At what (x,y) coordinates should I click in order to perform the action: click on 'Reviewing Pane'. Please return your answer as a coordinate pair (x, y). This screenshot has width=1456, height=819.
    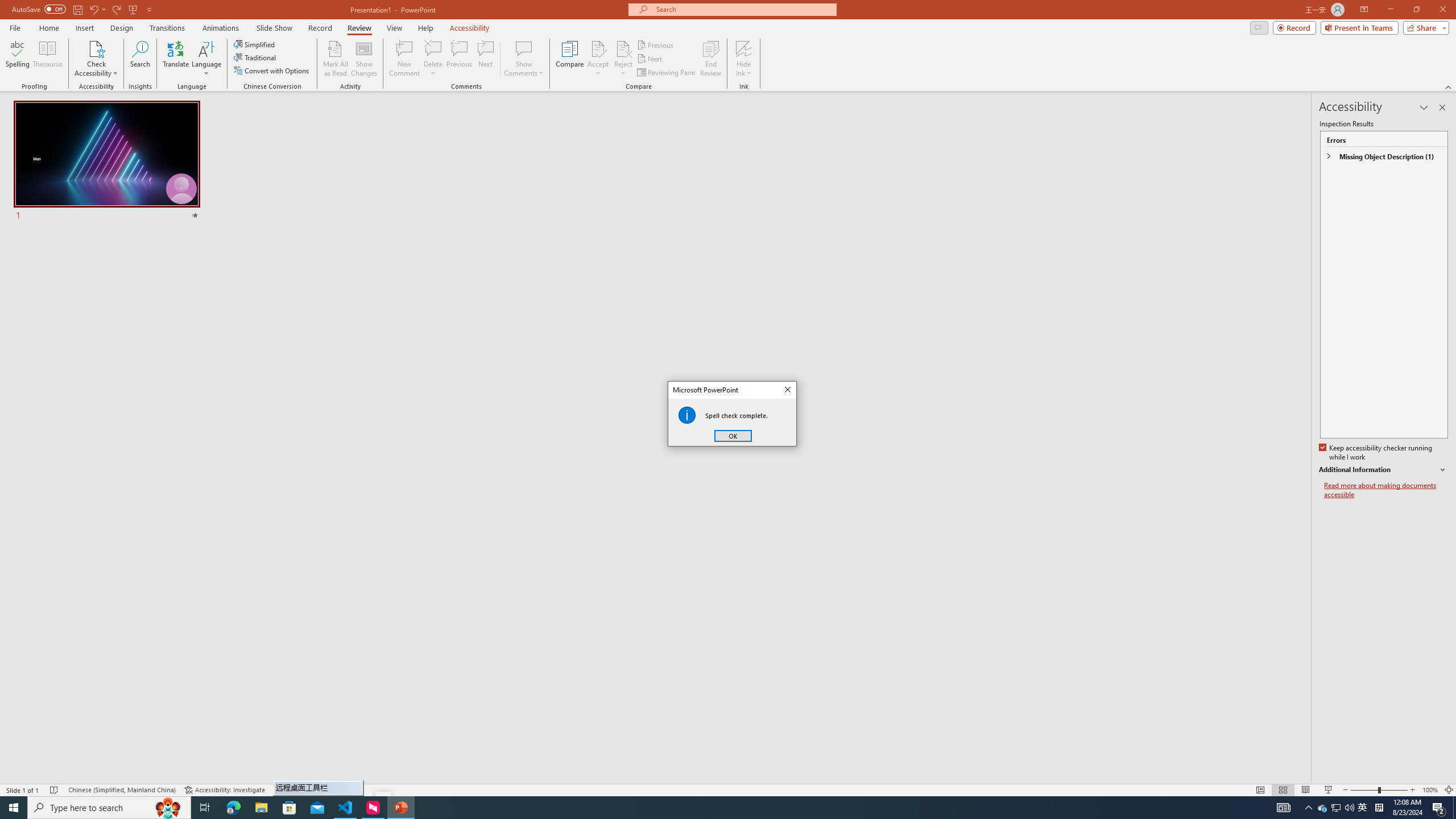
    Looking at the image, I should click on (666, 72).